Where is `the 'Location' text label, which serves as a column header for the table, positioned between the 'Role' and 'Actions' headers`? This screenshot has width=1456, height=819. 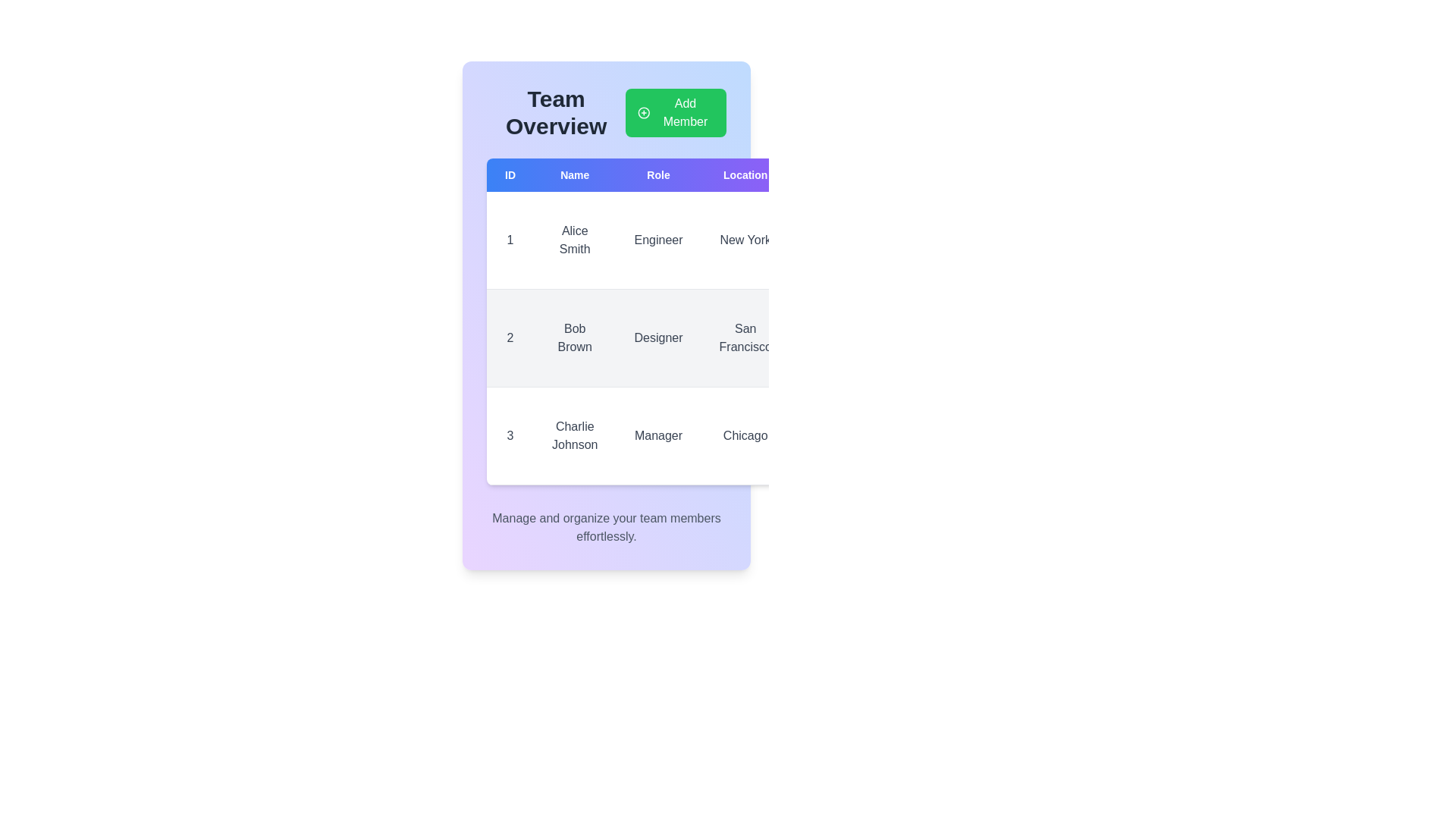 the 'Location' text label, which serves as a column header for the table, positioned between the 'Role' and 'Actions' headers is located at coordinates (745, 174).